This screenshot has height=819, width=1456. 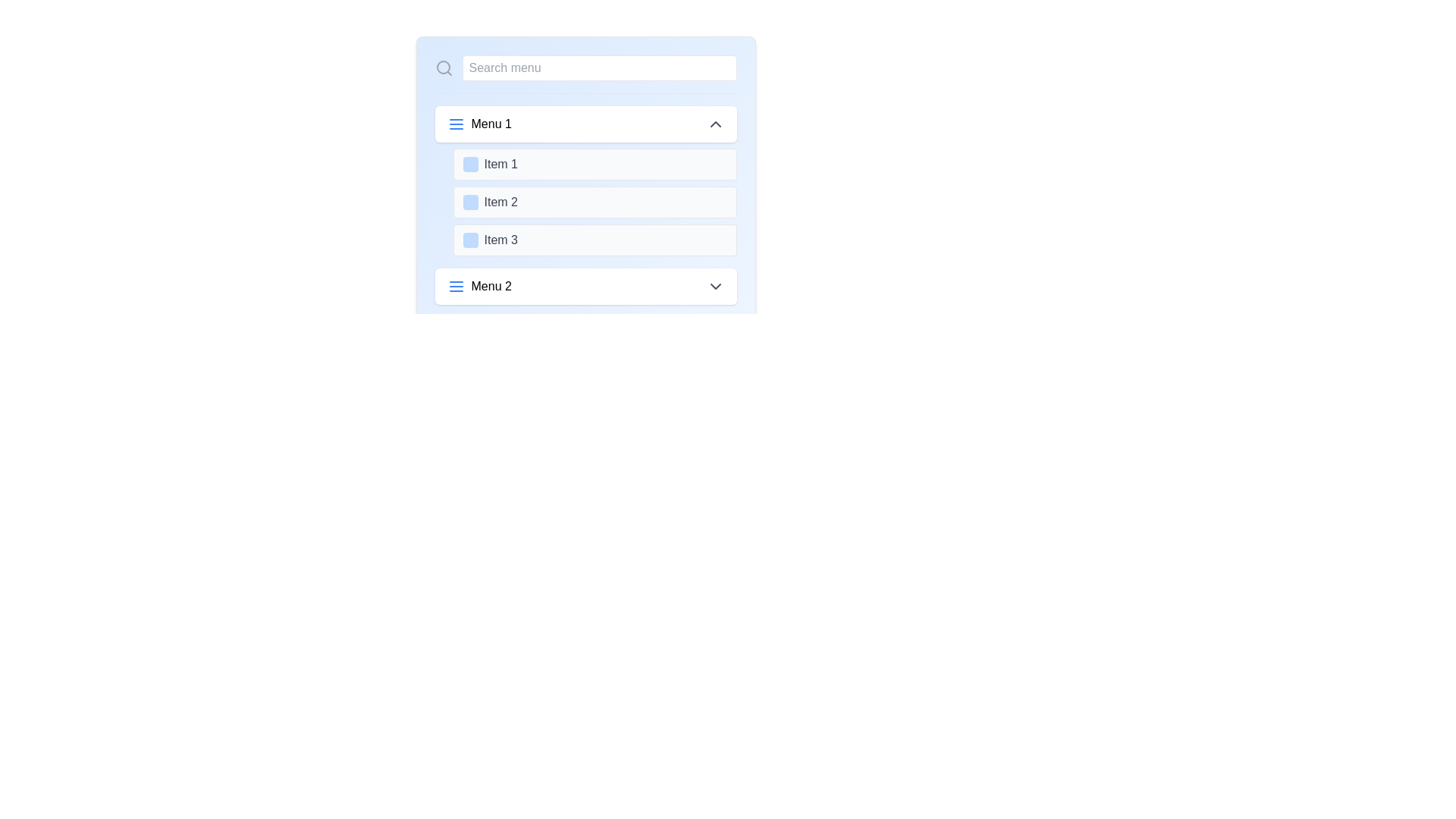 I want to click on the 'Menu 2' item in the dropdown menu, so click(x=479, y=287).